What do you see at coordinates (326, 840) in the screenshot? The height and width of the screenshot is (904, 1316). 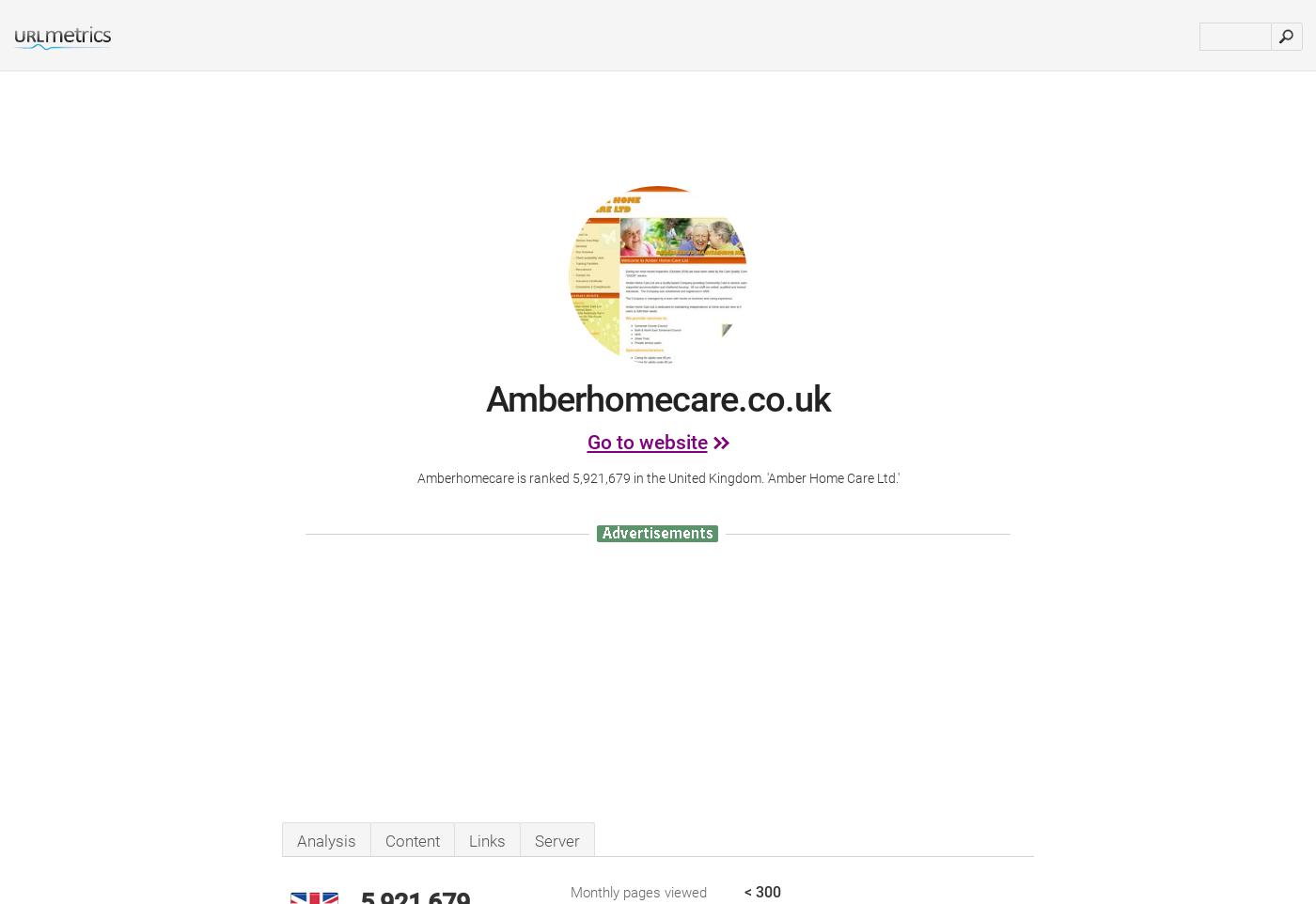 I see `'Analysis'` at bounding box center [326, 840].